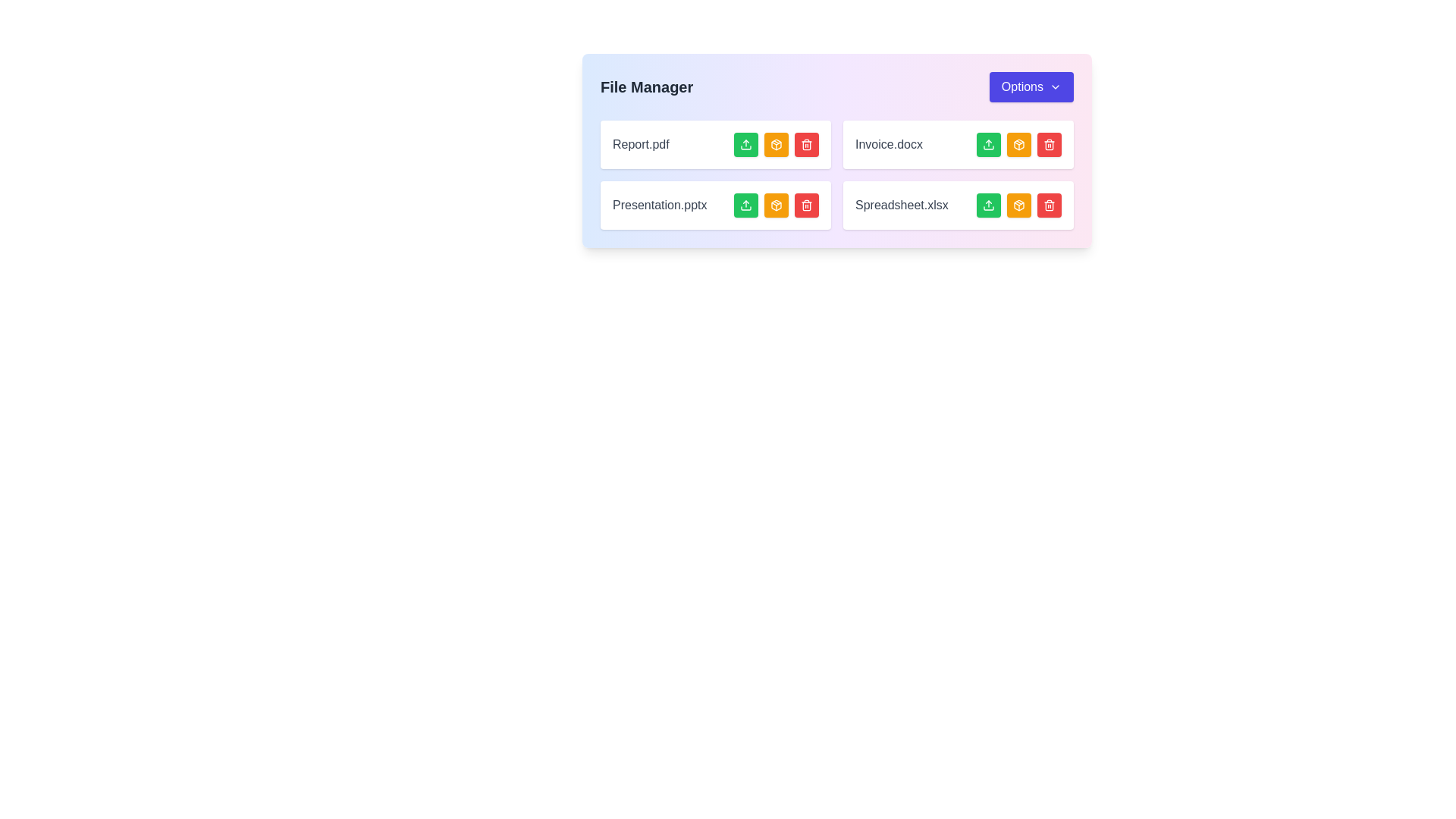  I want to click on the amber square button with a package icon located between the green upload button and the red delete button associated with the file 'Invoice.docx', so click(1019, 145).